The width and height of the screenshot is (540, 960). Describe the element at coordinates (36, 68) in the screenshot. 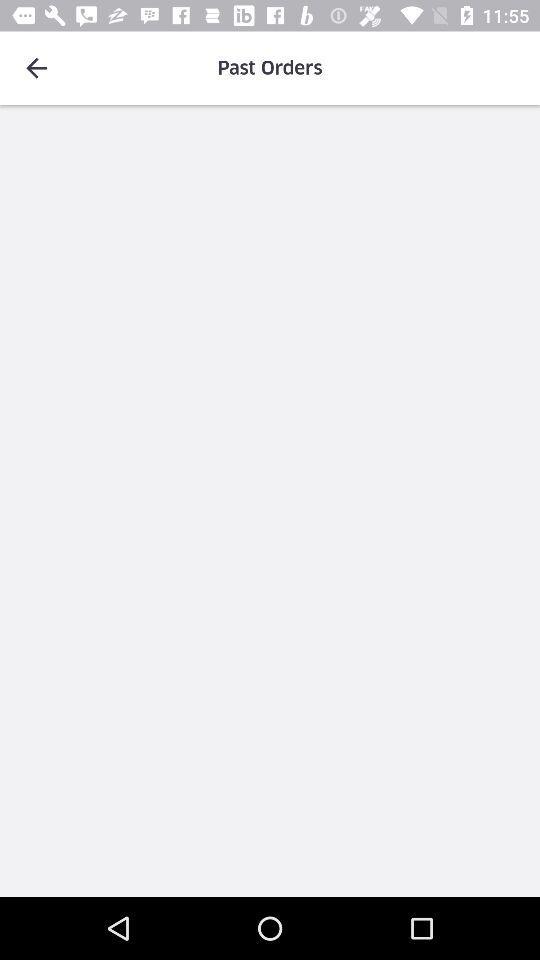

I see `item at the top left corner` at that location.